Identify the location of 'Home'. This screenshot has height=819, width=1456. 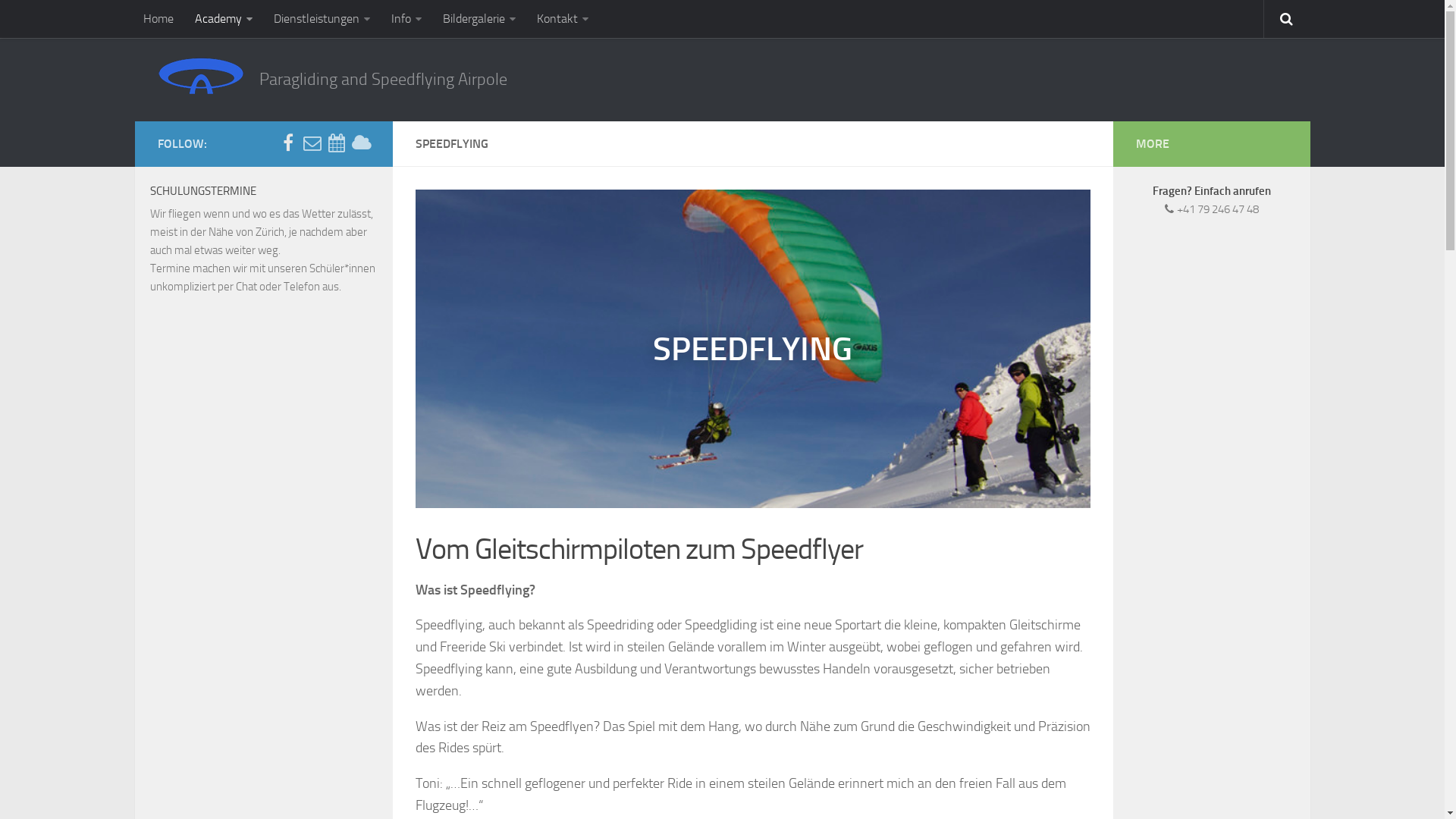
(158, 18).